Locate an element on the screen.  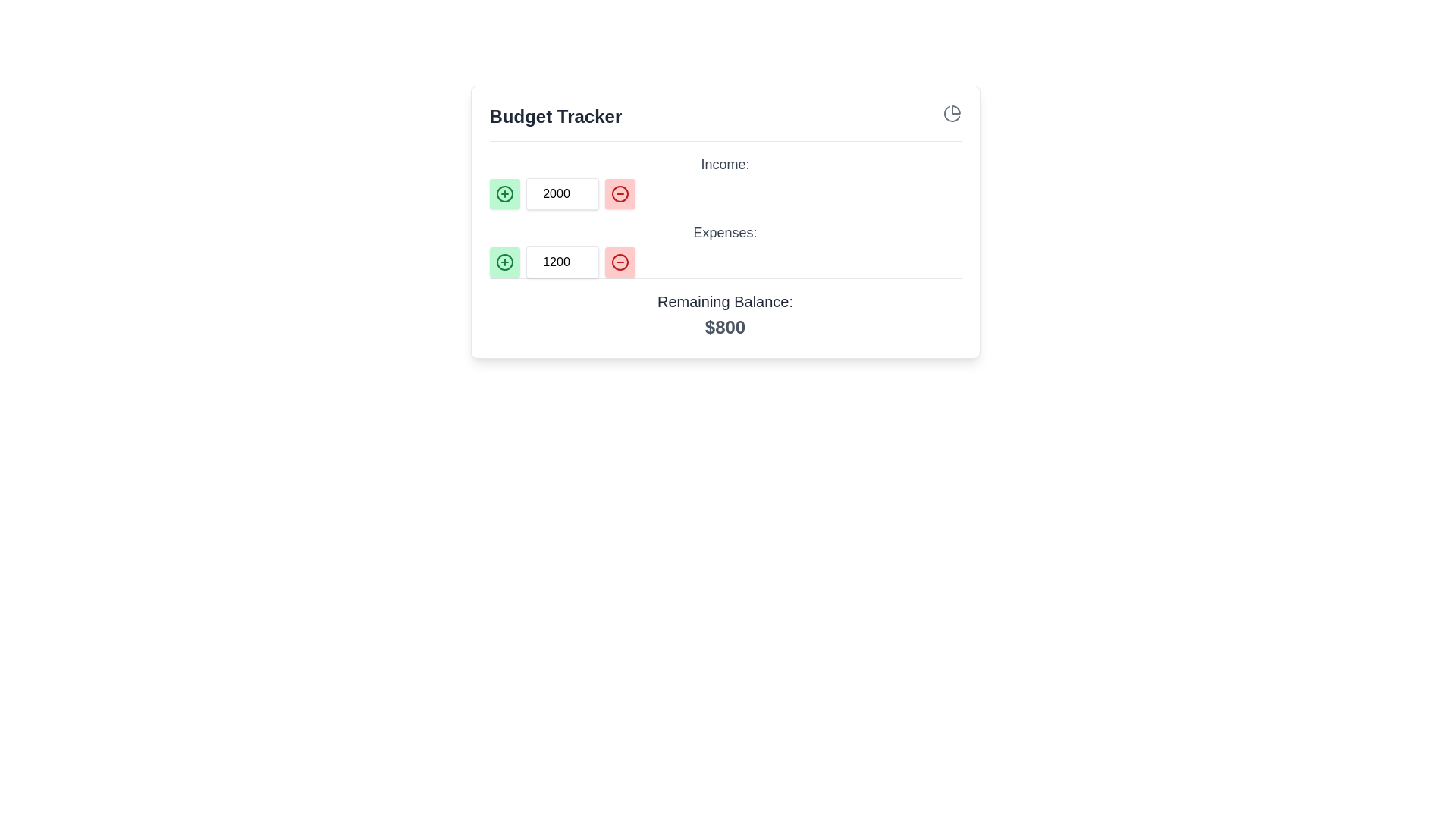
the circular shape of the plus icon in the budget tracker interface, which is used is located at coordinates (504, 193).